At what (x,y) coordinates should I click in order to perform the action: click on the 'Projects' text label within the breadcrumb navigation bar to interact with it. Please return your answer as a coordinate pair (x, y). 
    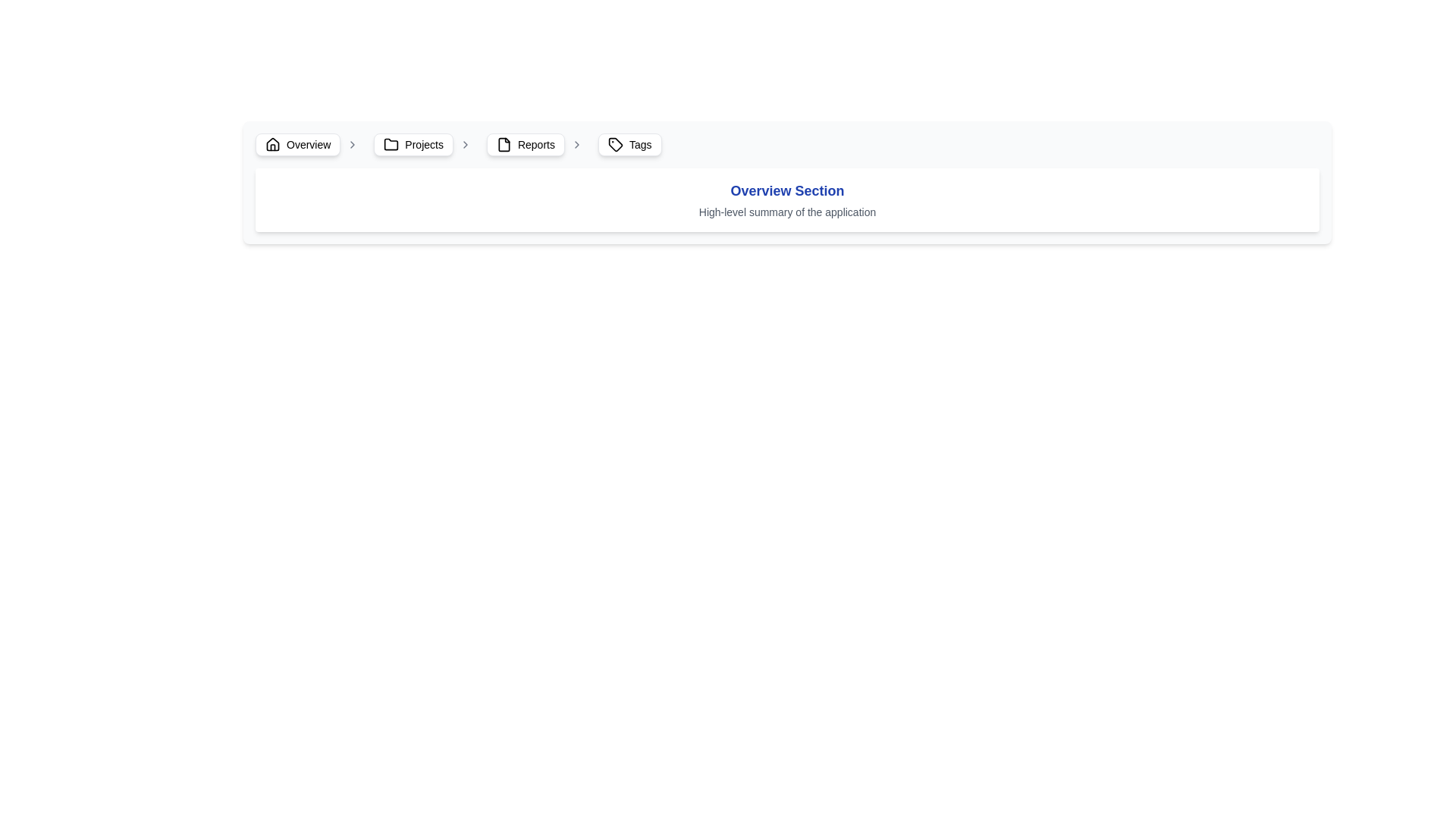
    Looking at the image, I should click on (424, 145).